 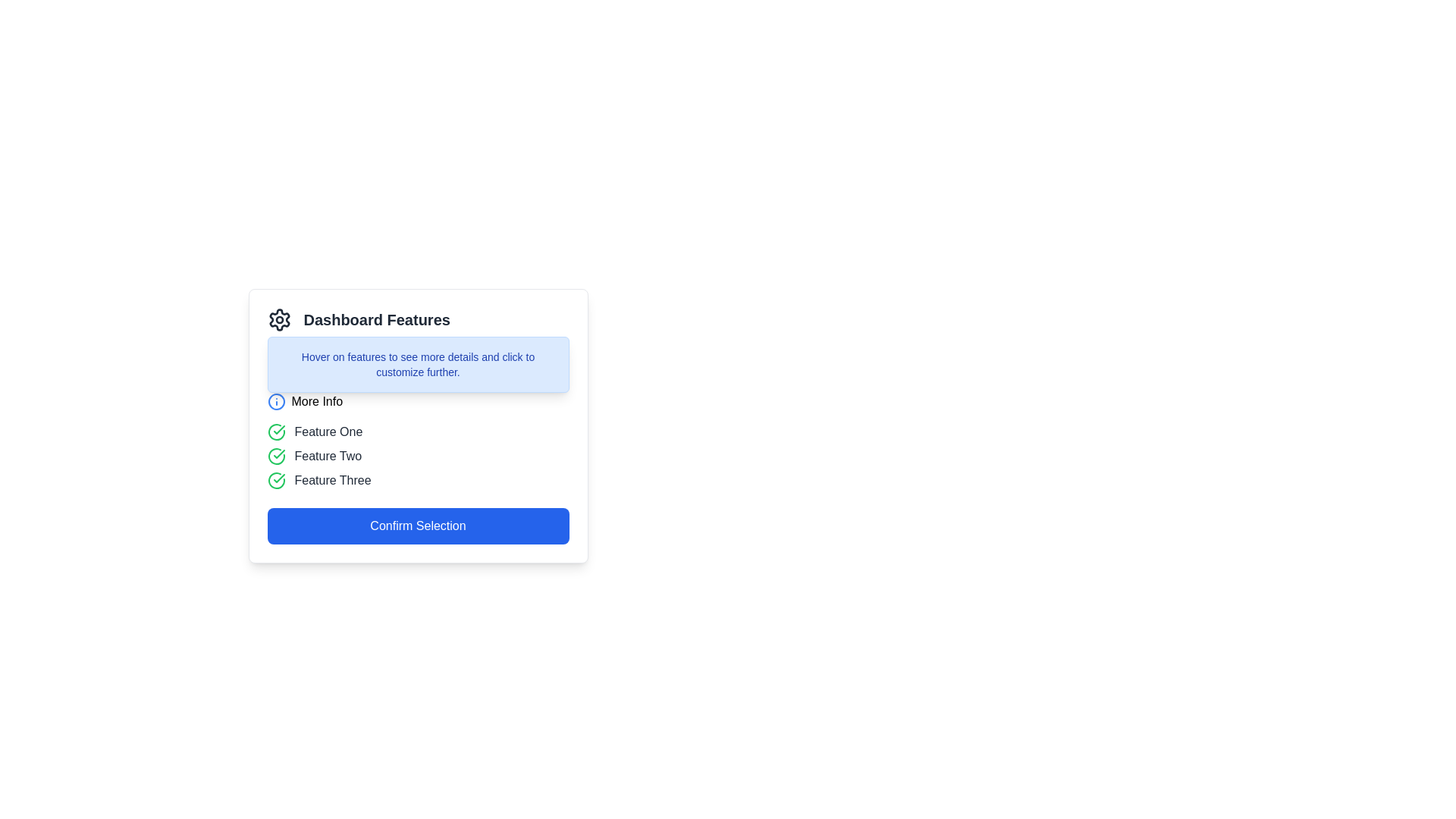 I want to click on the green circular checkmark icon associated with 'Feature Two' in the 'Dashboard Features' section, so click(x=276, y=455).